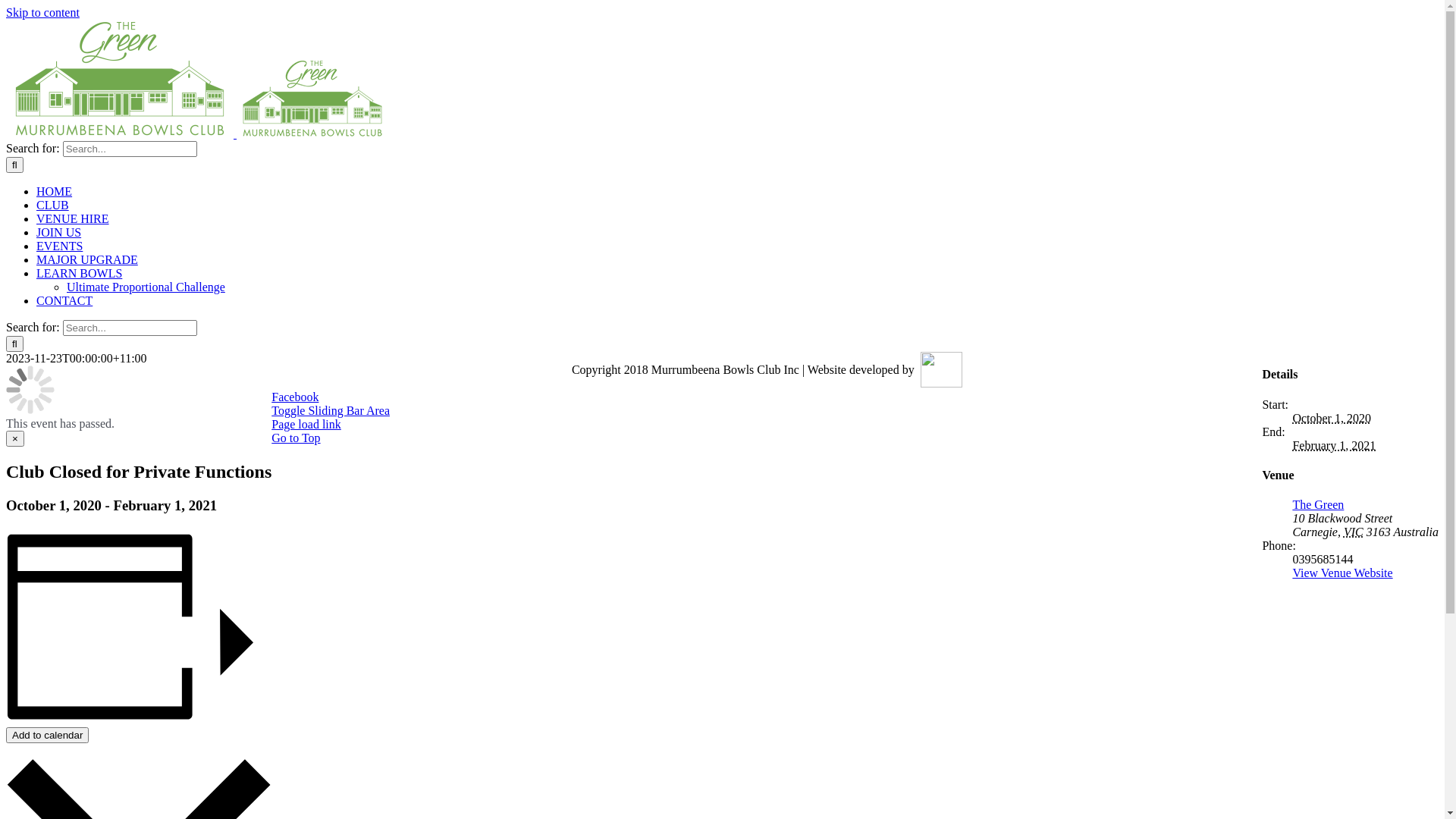  Describe the element at coordinates (1291, 573) in the screenshot. I see `'View Venue Website'` at that location.